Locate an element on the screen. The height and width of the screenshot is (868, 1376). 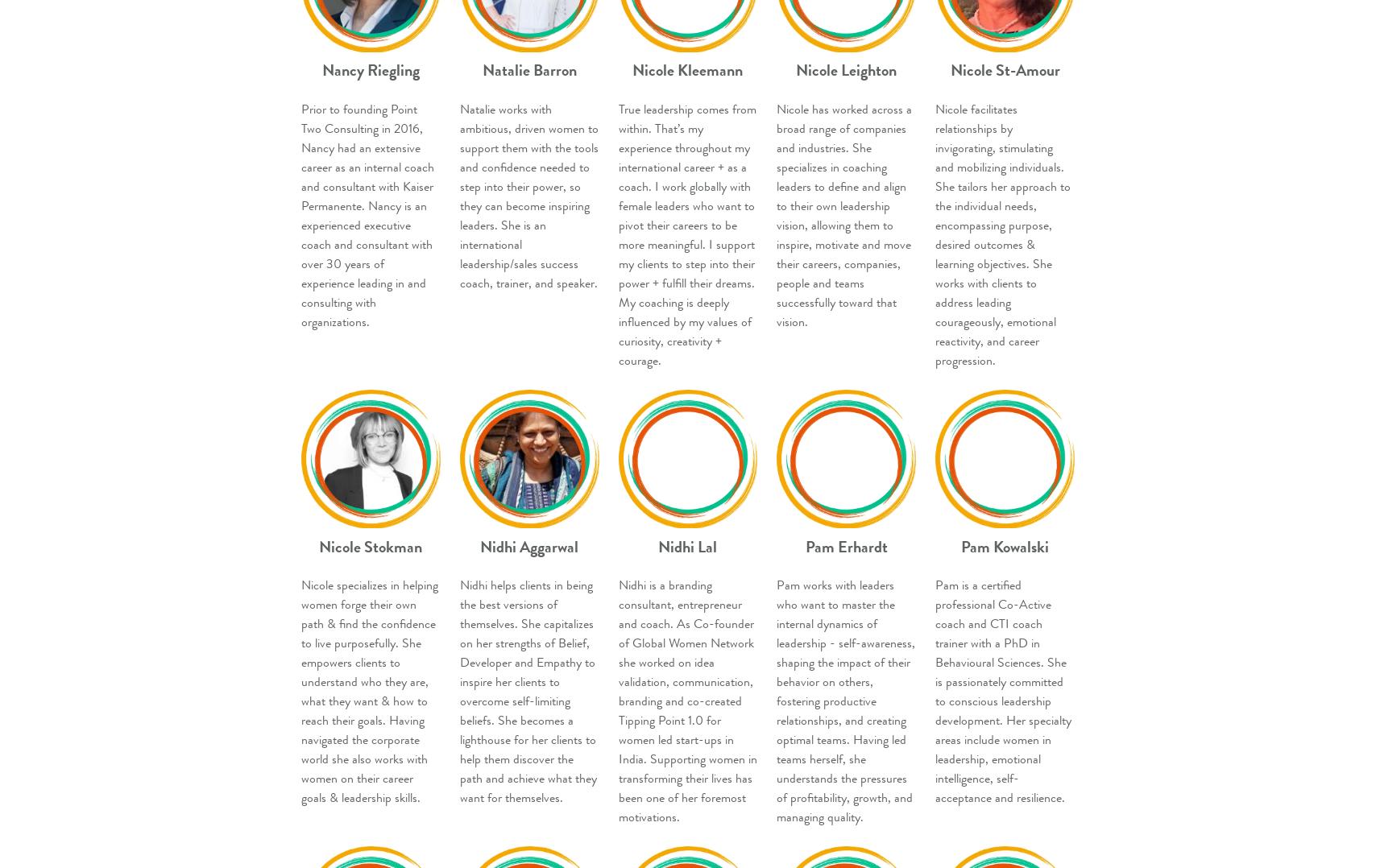
'Nidhi helps clients in being the best versions of themselves. She capitalizes on her strengths of Belief, Developer and Empathy to inspire her clients to overcome self-limiting beliefs. She becomes a lighthouse for her clients to help them discover the path and achieve what they want for themselves.' is located at coordinates (528, 690).